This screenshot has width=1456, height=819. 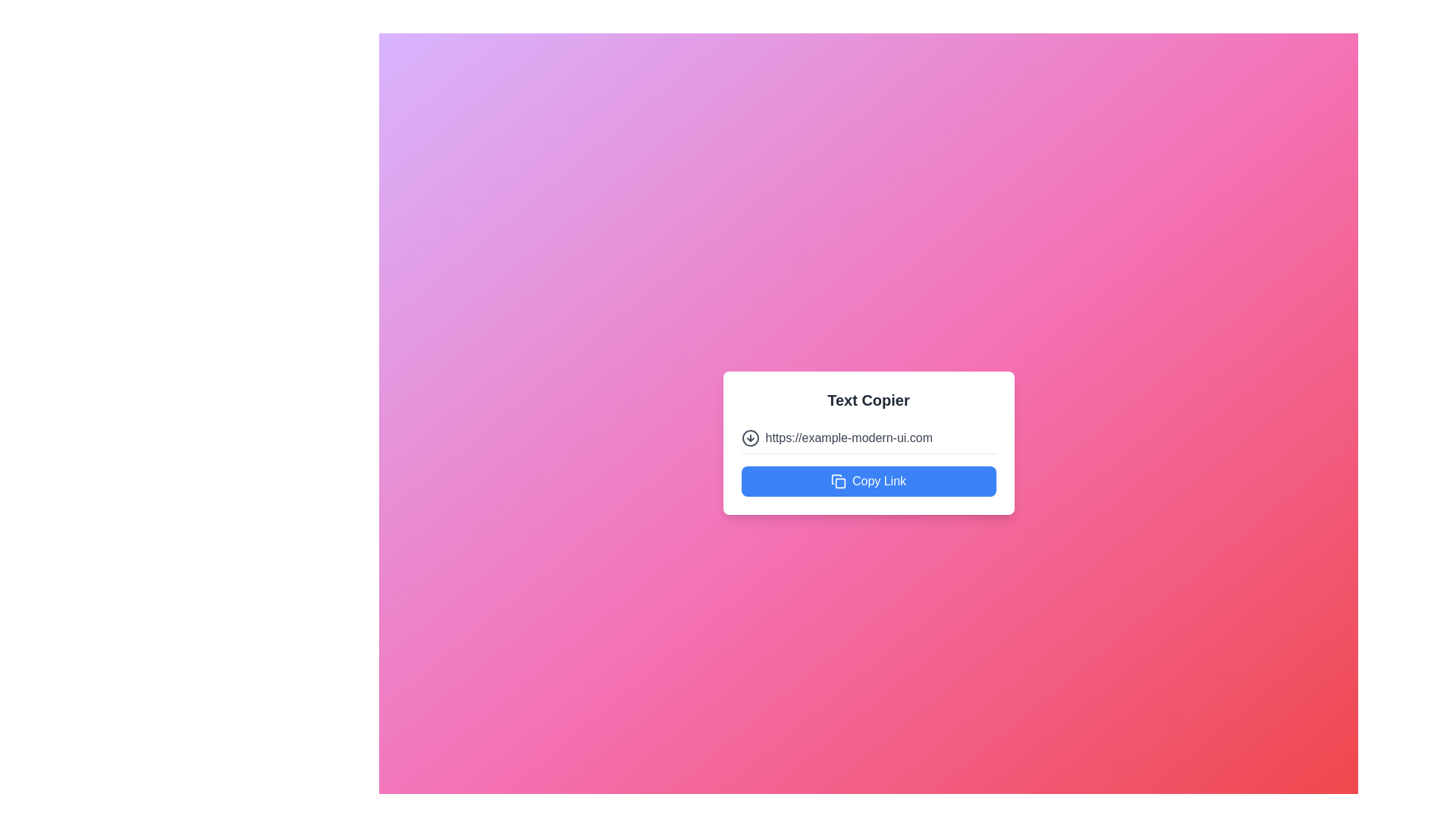 I want to click on the minimalist circular icon with a downward-pointing arrow, located to the far left of the horizontal arrangement, adjacent to the URL text field, so click(x=750, y=438).